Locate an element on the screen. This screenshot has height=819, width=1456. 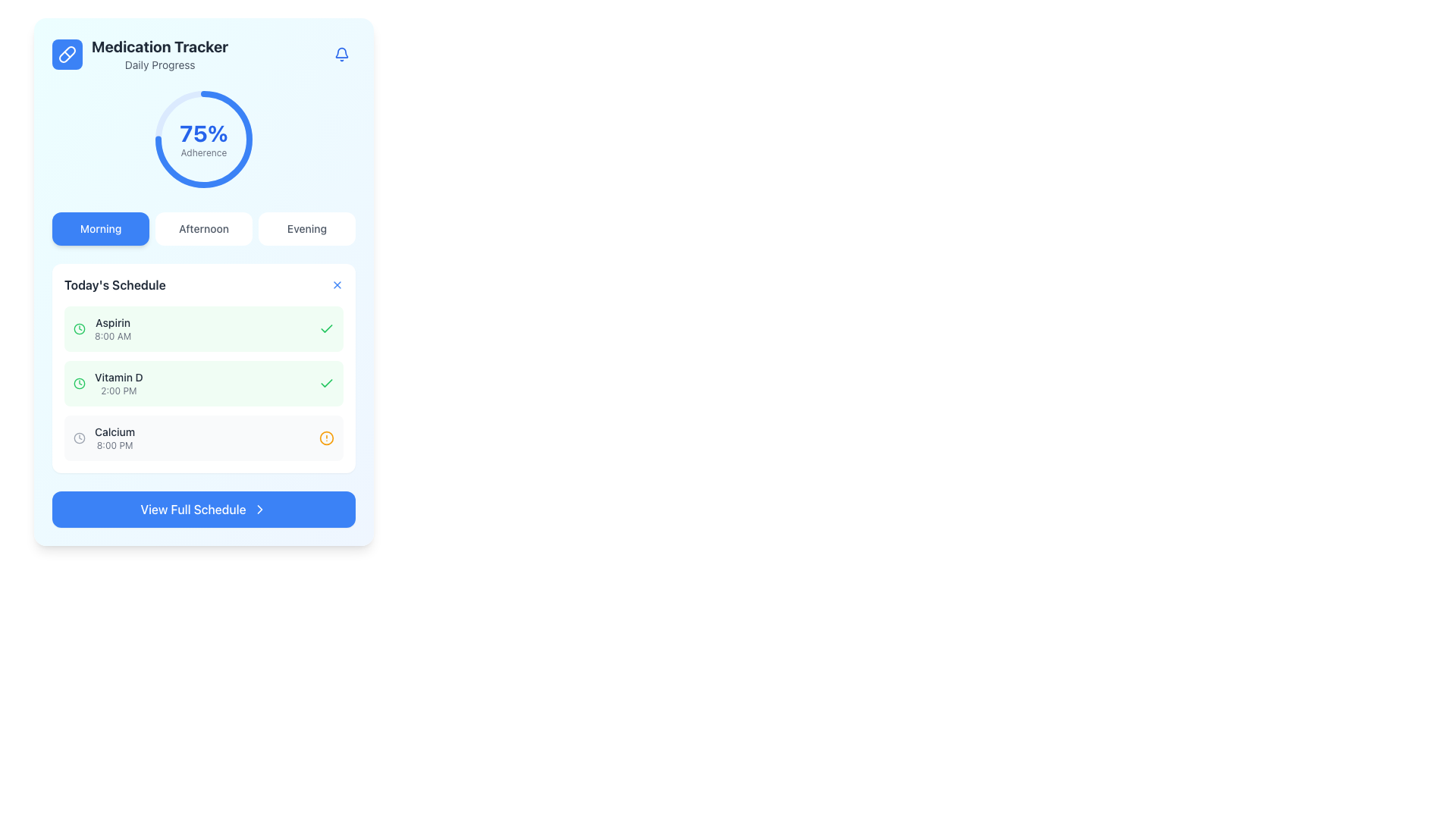
the title text label representing a specific schedule entry, which is the primary title in the second item of the list under the 'Today's Schedule' header, located between 'Aspirin' and 'Calcium' is located at coordinates (118, 376).